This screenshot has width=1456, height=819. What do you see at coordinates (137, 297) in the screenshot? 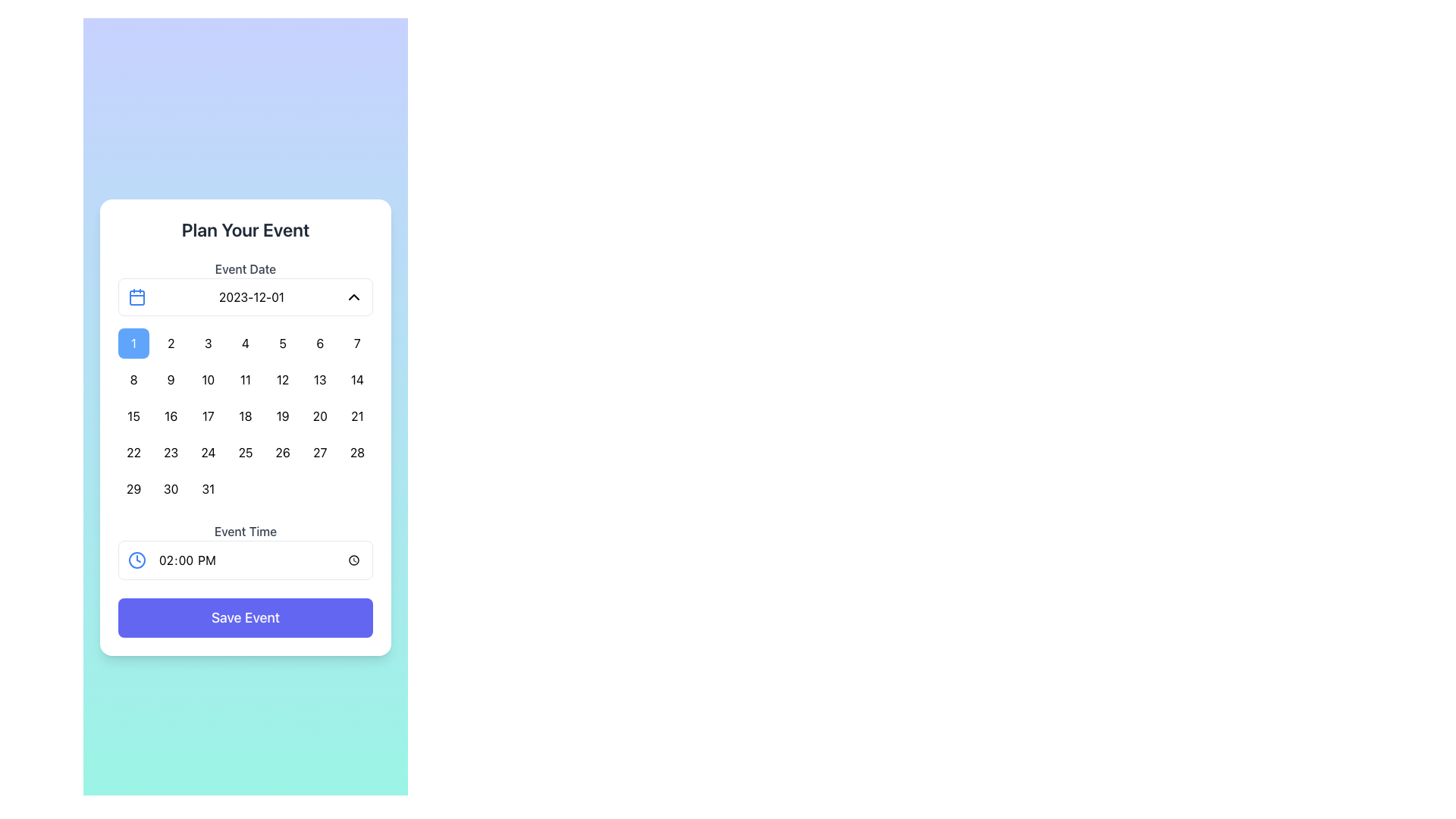
I see `the calendar icon, which is a blue square outline with a header line, located to the left of the date '2023-12-01'` at bounding box center [137, 297].